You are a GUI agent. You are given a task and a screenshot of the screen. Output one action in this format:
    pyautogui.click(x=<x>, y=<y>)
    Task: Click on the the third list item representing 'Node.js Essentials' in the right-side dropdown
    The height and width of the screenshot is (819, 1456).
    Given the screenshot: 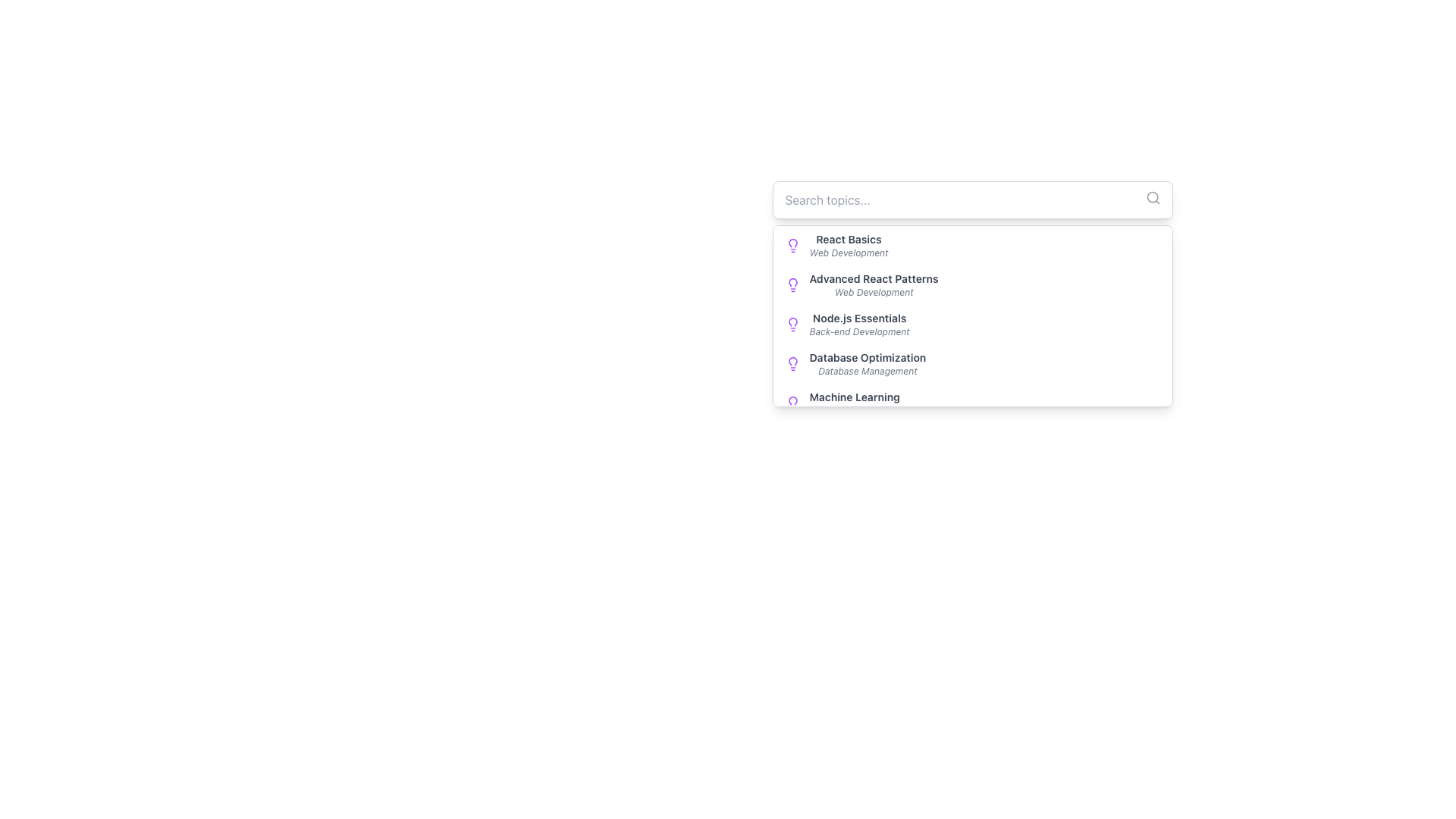 What is the action you would take?
    pyautogui.click(x=859, y=324)
    